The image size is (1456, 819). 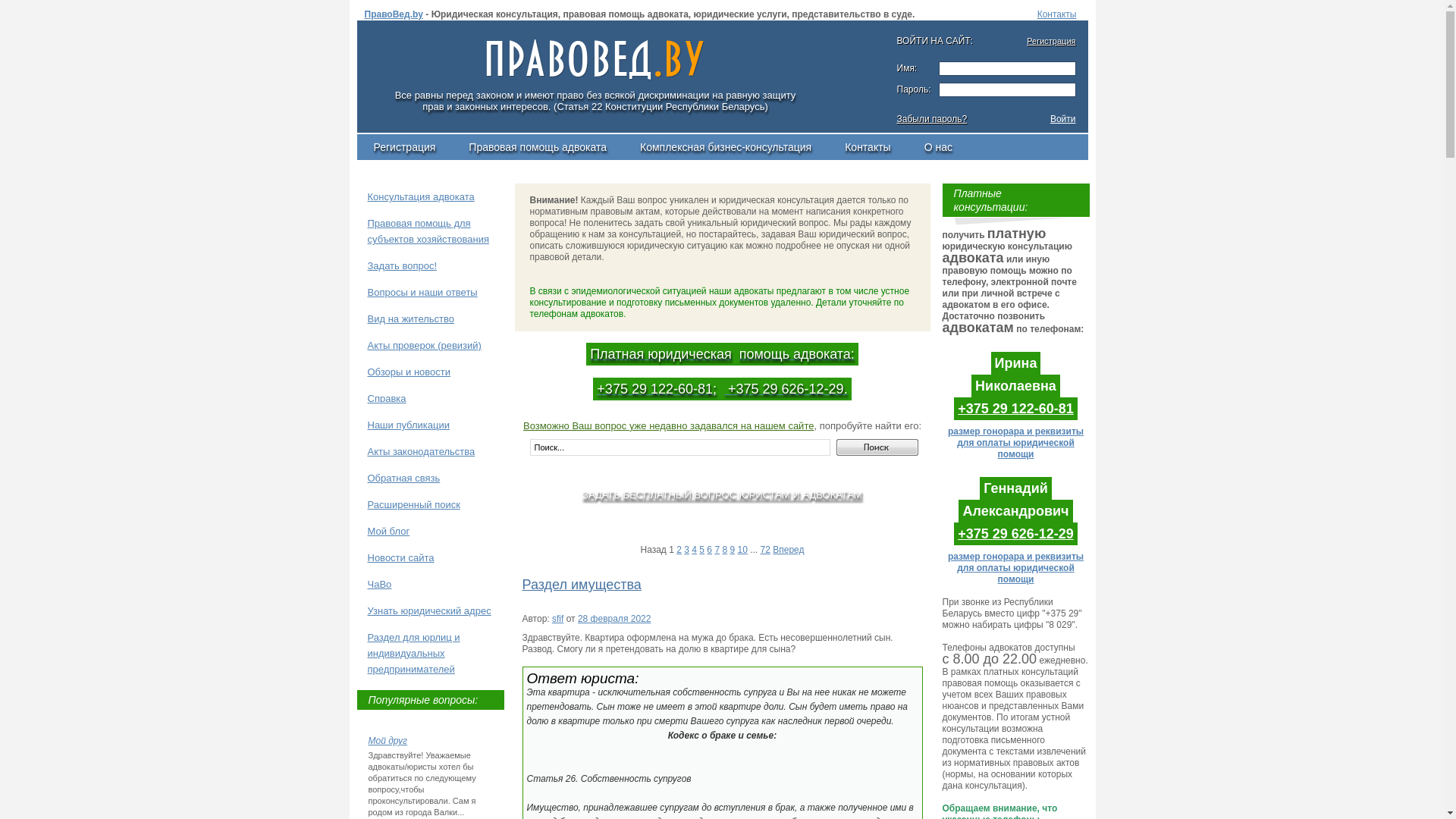 I want to click on '3', so click(x=686, y=550).